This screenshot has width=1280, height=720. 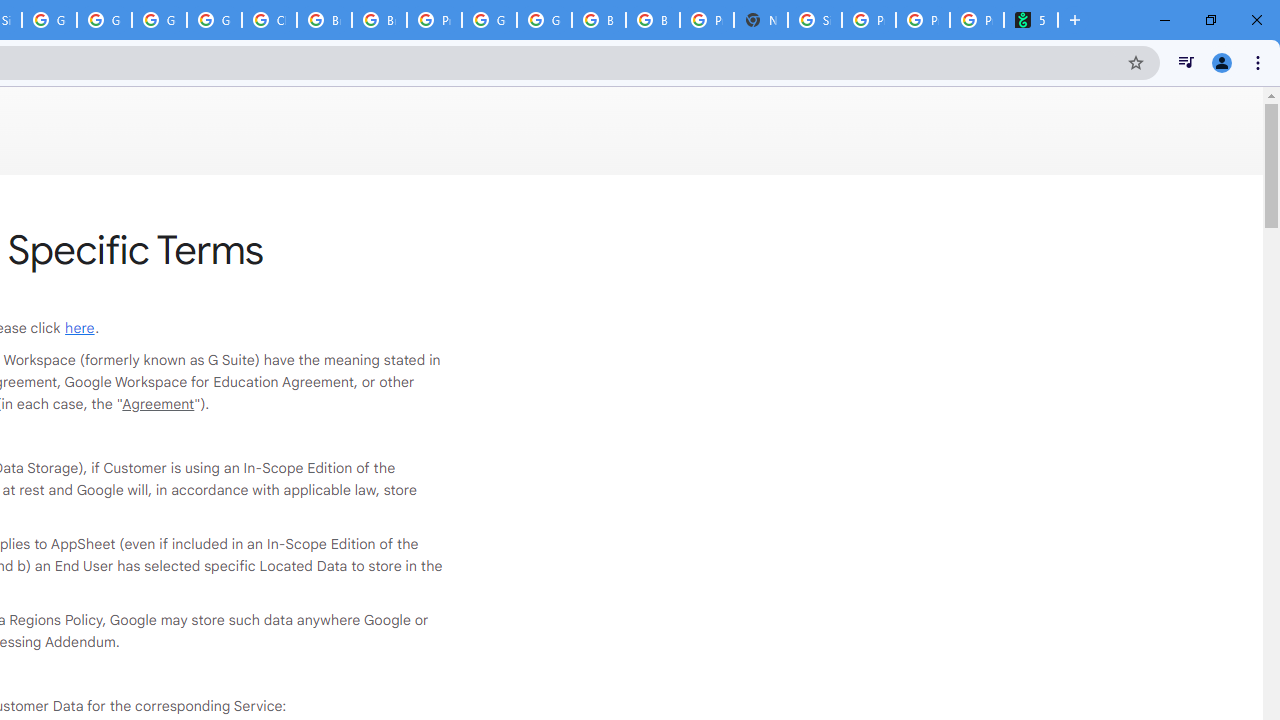 I want to click on 'You', so click(x=1220, y=61).